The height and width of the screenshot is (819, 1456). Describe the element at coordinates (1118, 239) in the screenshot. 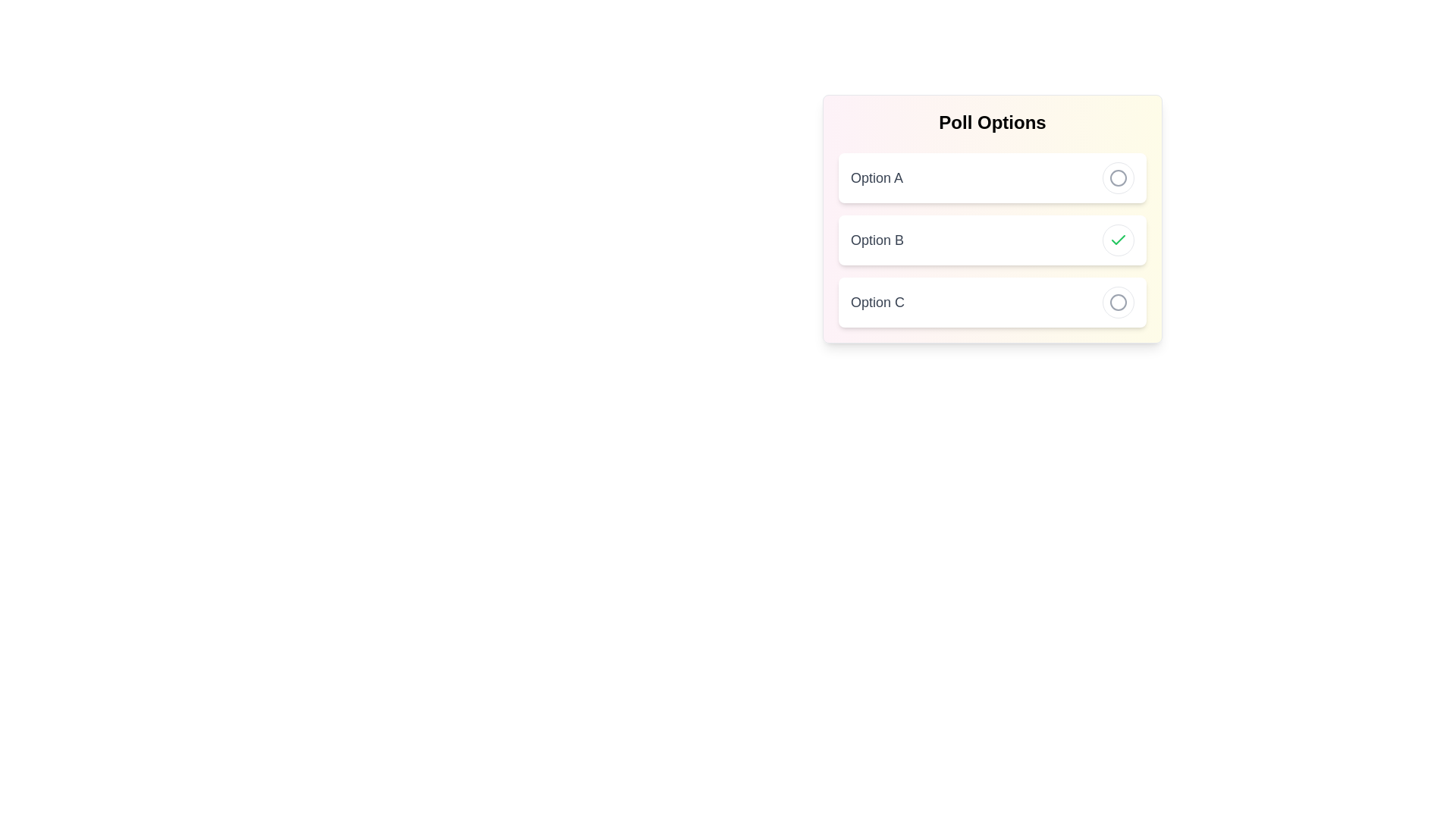

I see `the toggle button of Option B to toggle its selection` at that location.